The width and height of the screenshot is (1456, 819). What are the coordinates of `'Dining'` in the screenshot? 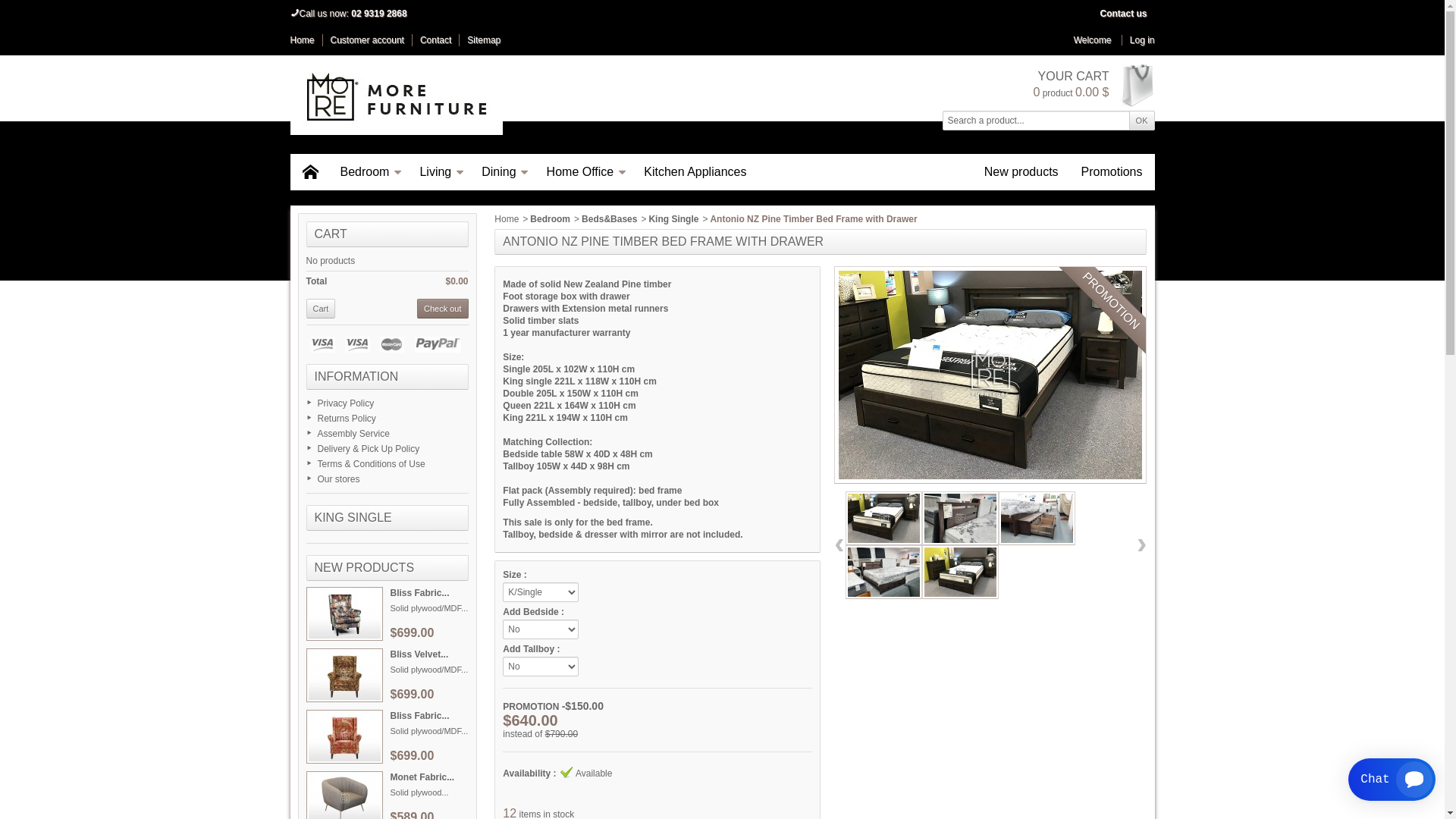 It's located at (502, 171).